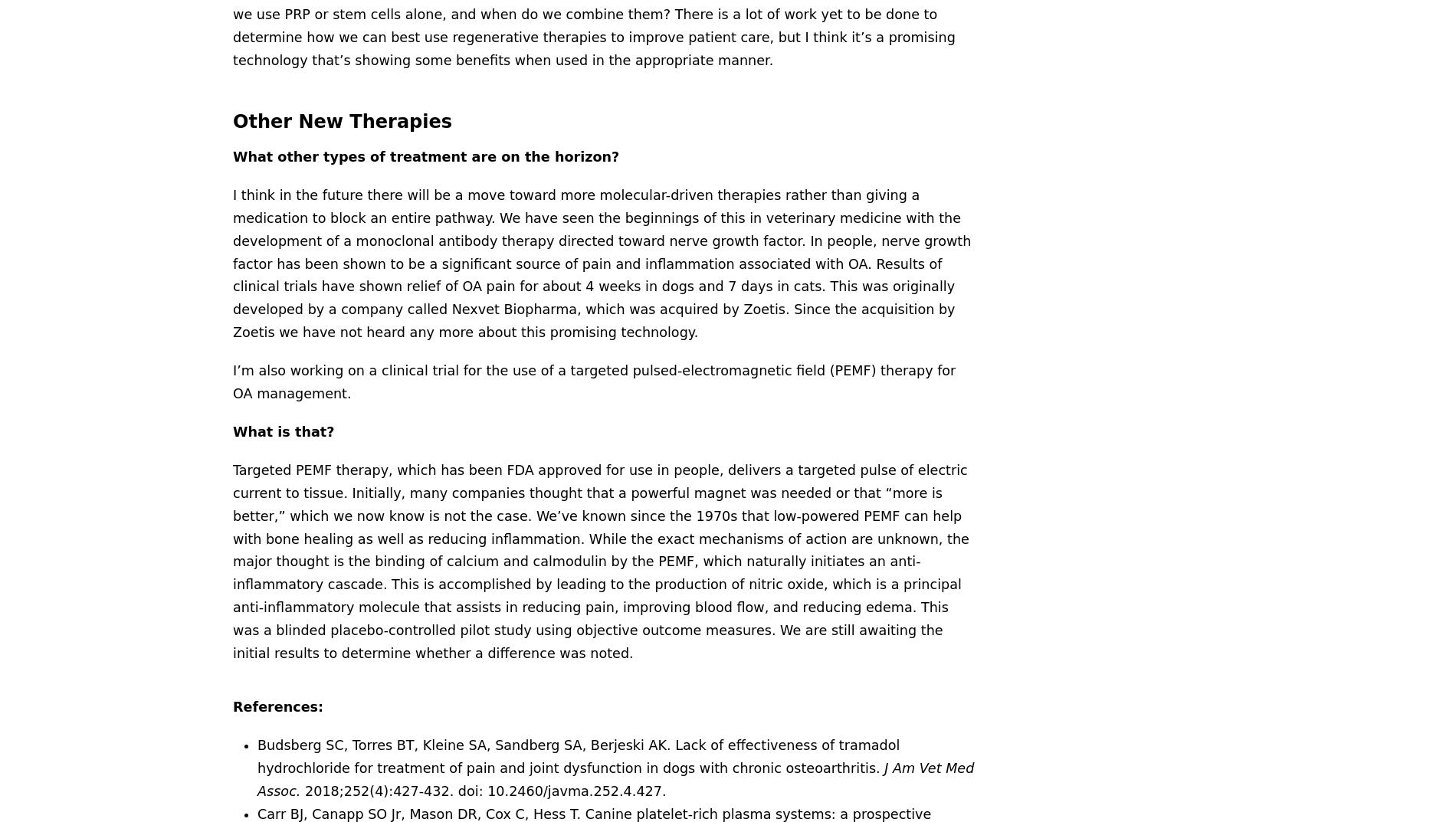  What do you see at coordinates (379, 791) in the screenshot?
I see `'2018;252(4):427-432.'` at bounding box center [379, 791].